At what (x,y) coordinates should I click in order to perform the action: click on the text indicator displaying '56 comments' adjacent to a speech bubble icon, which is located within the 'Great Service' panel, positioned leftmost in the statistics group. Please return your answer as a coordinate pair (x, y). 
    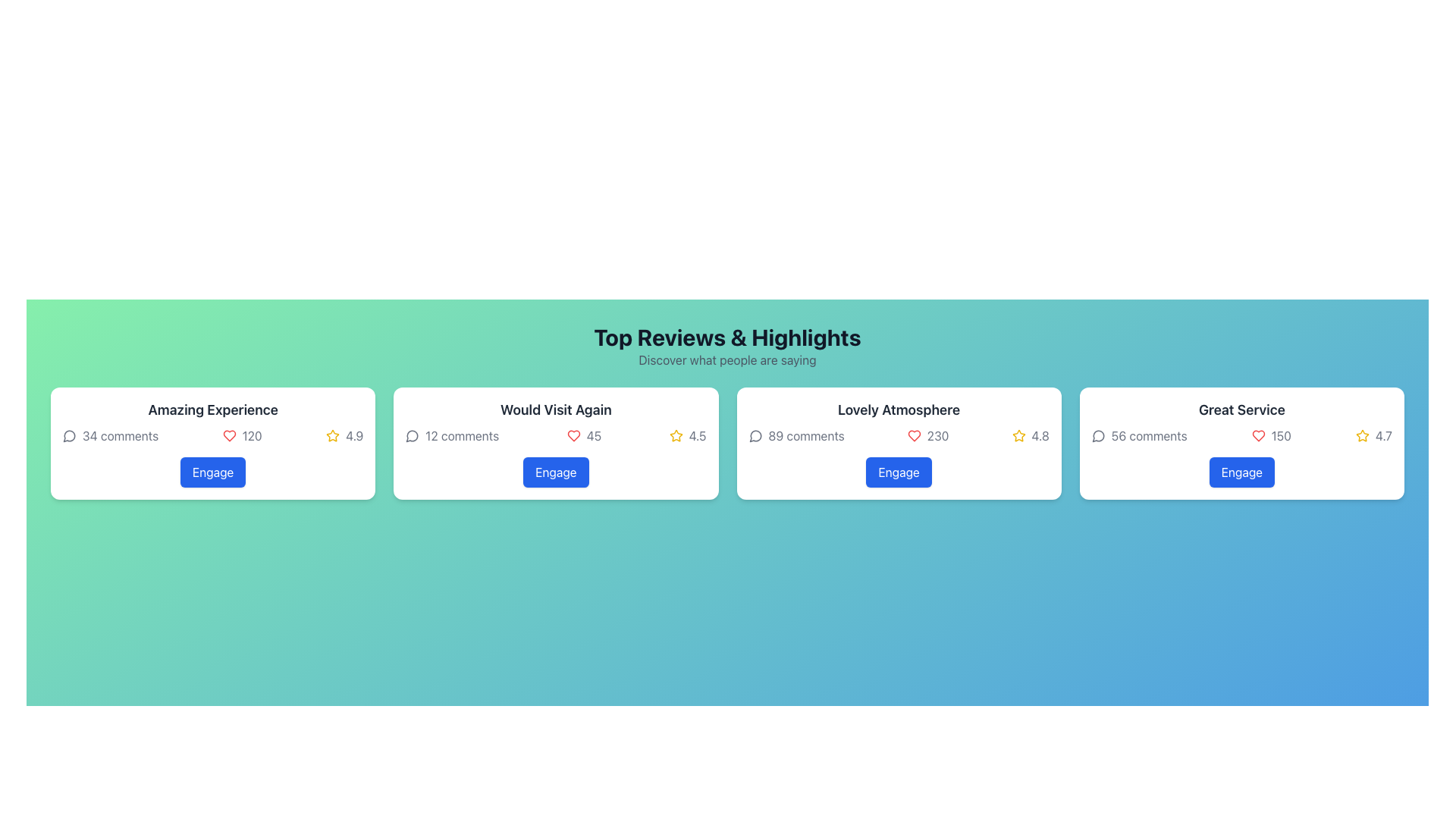
    Looking at the image, I should click on (1139, 435).